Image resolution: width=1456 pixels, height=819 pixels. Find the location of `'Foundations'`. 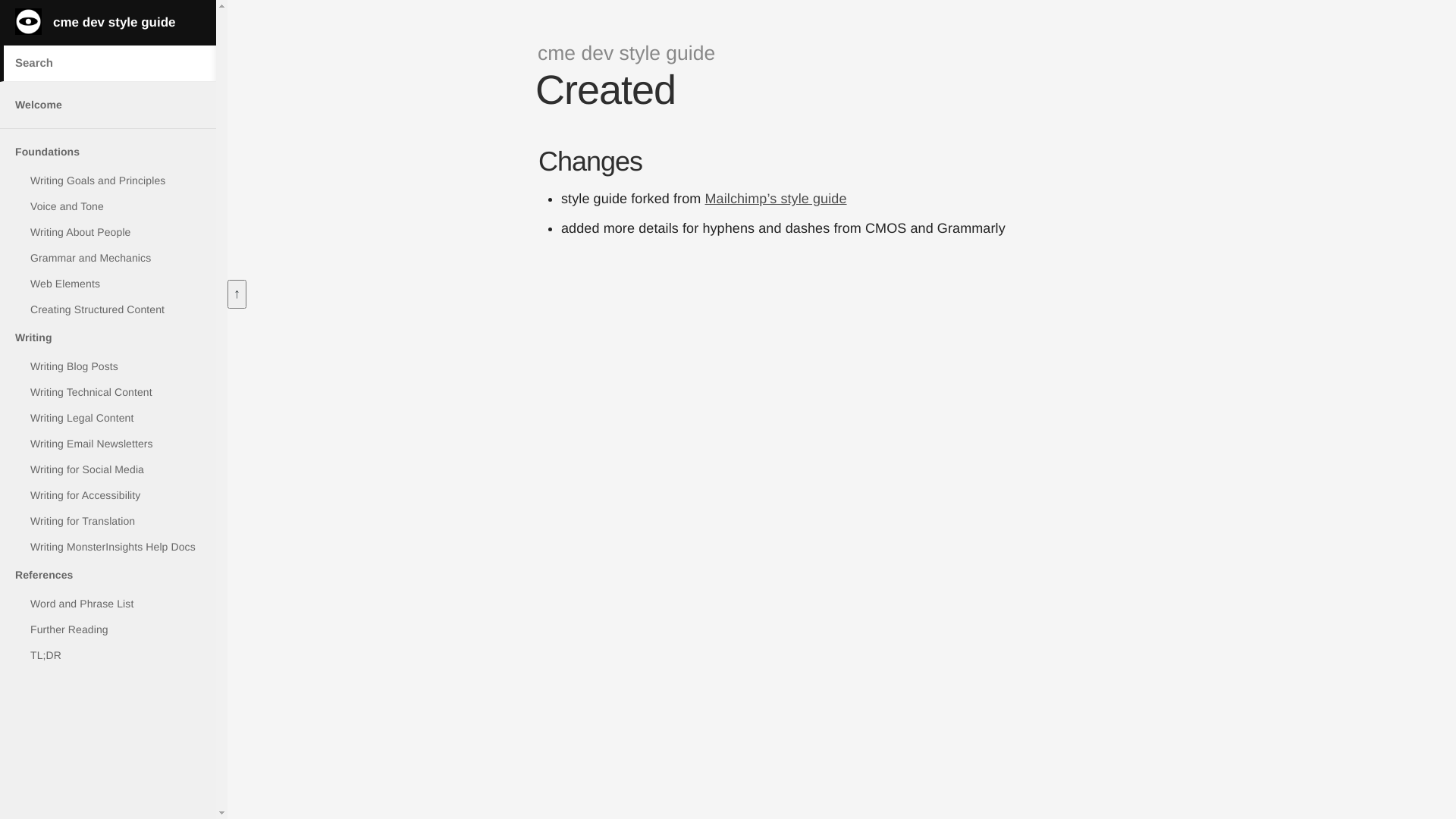

'Foundations' is located at coordinates (107, 152).